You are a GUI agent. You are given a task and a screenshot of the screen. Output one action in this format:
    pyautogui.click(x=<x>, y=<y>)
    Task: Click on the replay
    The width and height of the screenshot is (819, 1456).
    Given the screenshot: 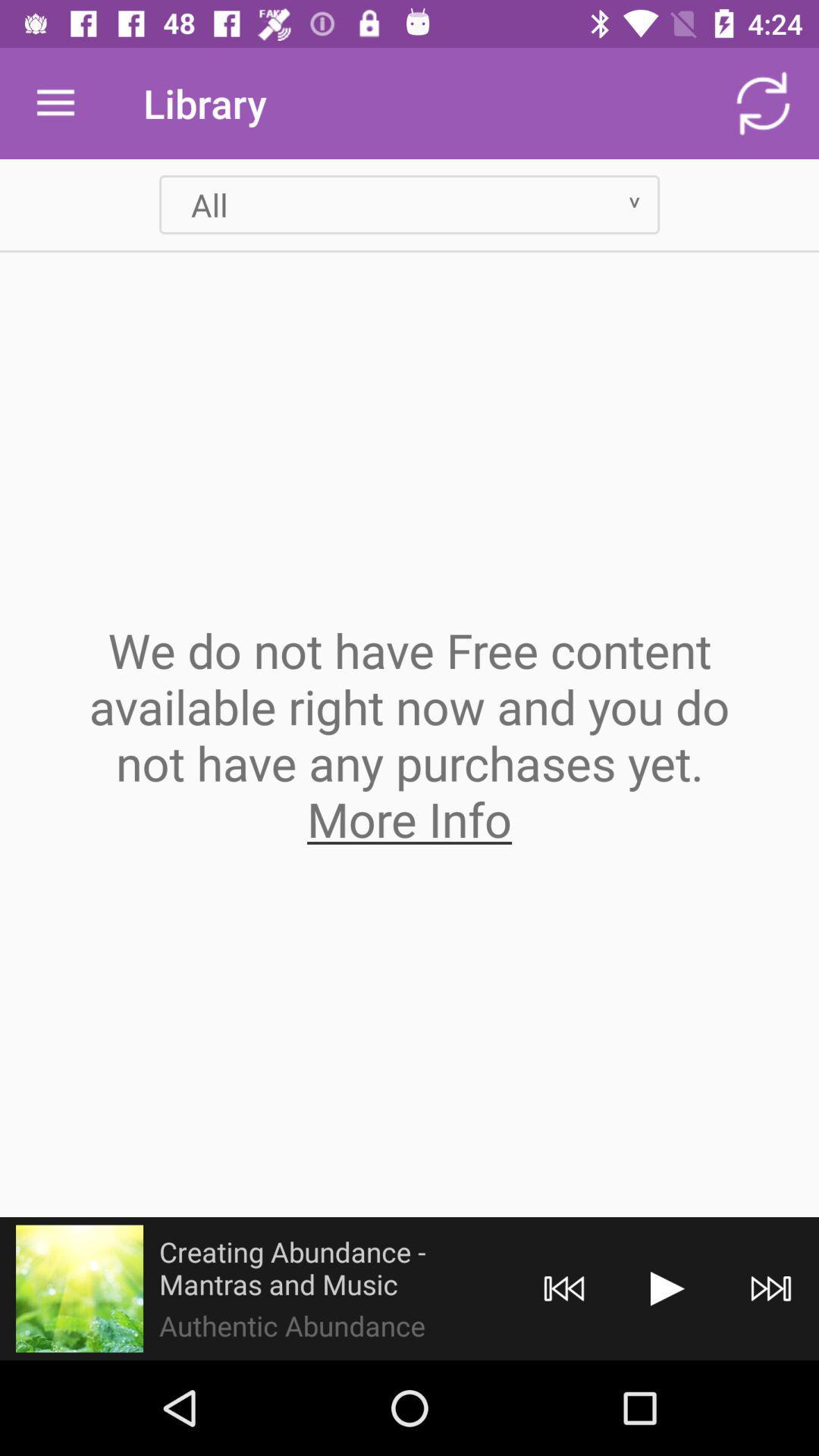 What is the action you would take?
    pyautogui.click(x=564, y=1288)
    